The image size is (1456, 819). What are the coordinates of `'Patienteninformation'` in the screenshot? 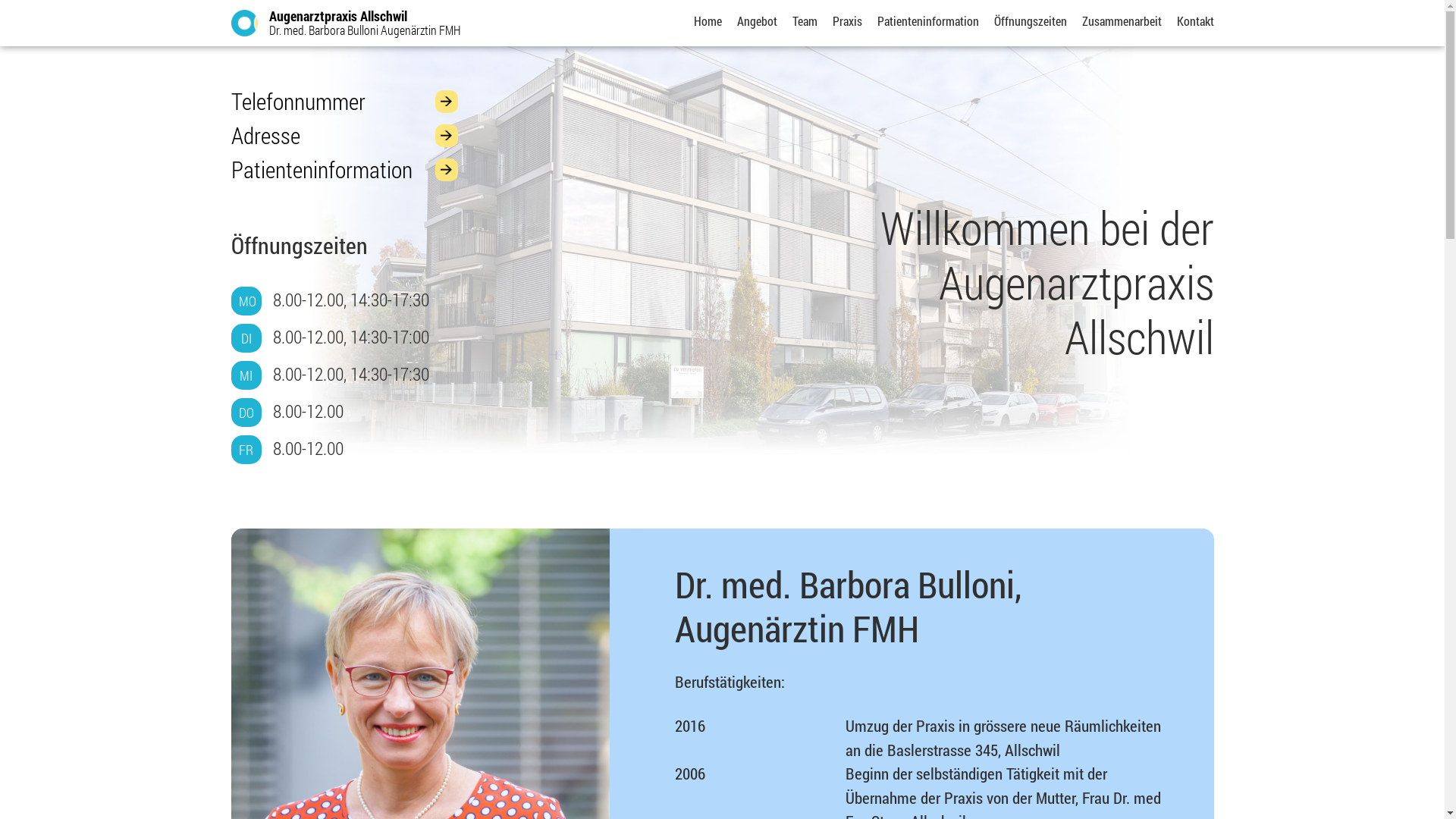 It's located at (343, 169).